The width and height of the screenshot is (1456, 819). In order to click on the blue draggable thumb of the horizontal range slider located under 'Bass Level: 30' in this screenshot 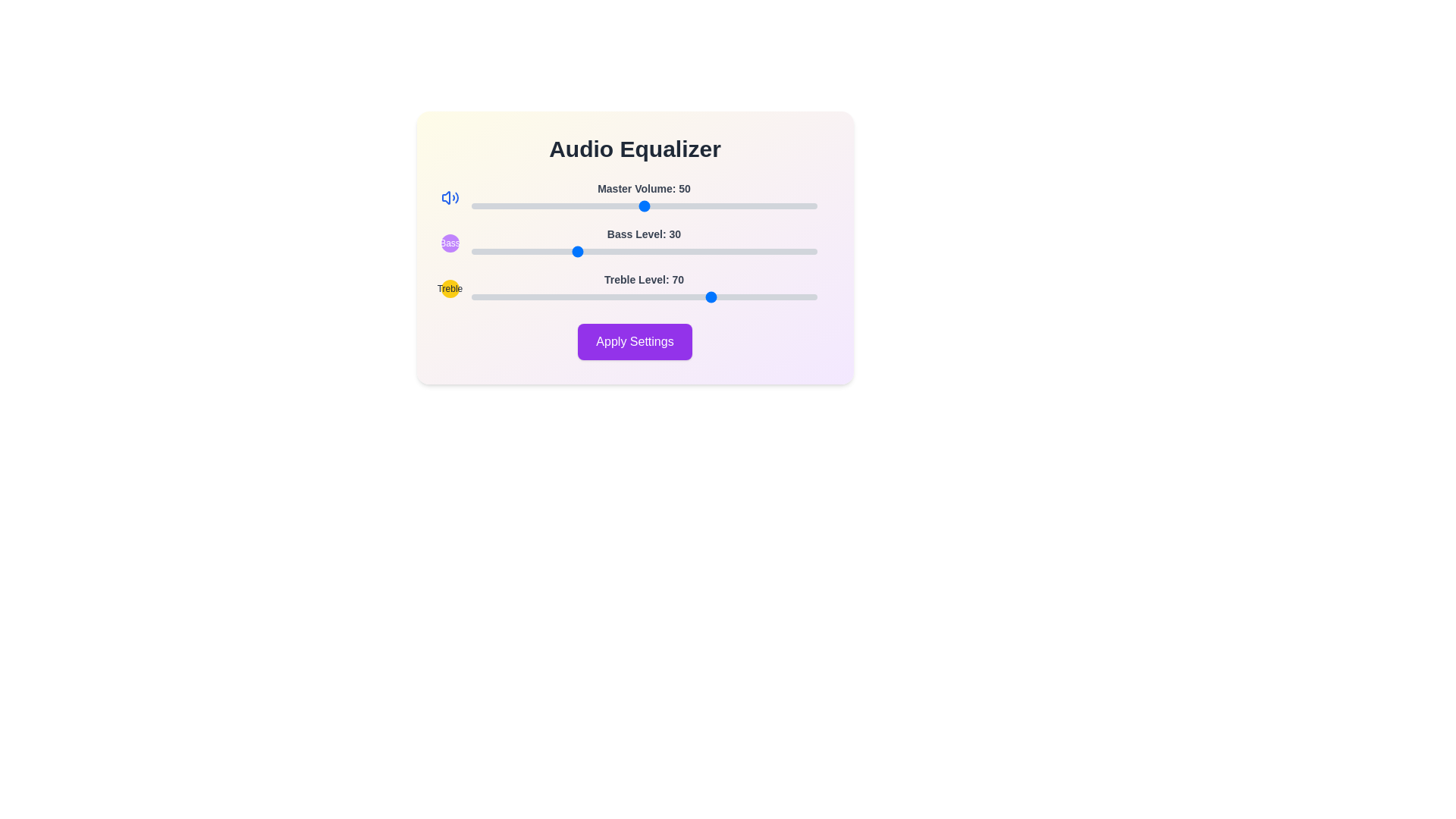, I will do `click(644, 250)`.